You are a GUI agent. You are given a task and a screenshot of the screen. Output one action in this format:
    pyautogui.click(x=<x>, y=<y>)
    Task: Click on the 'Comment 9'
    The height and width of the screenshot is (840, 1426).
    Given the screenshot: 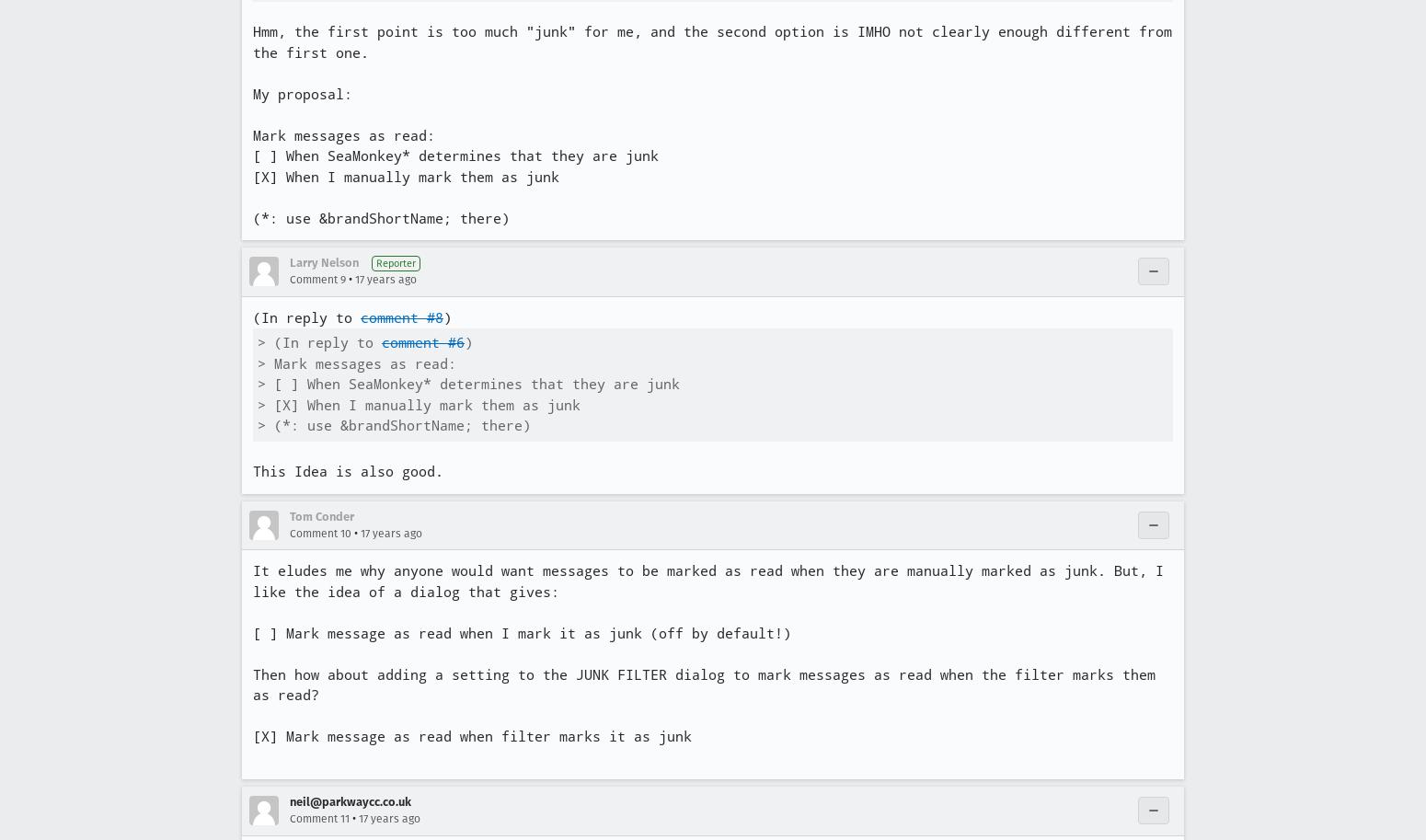 What is the action you would take?
    pyautogui.click(x=316, y=279)
    